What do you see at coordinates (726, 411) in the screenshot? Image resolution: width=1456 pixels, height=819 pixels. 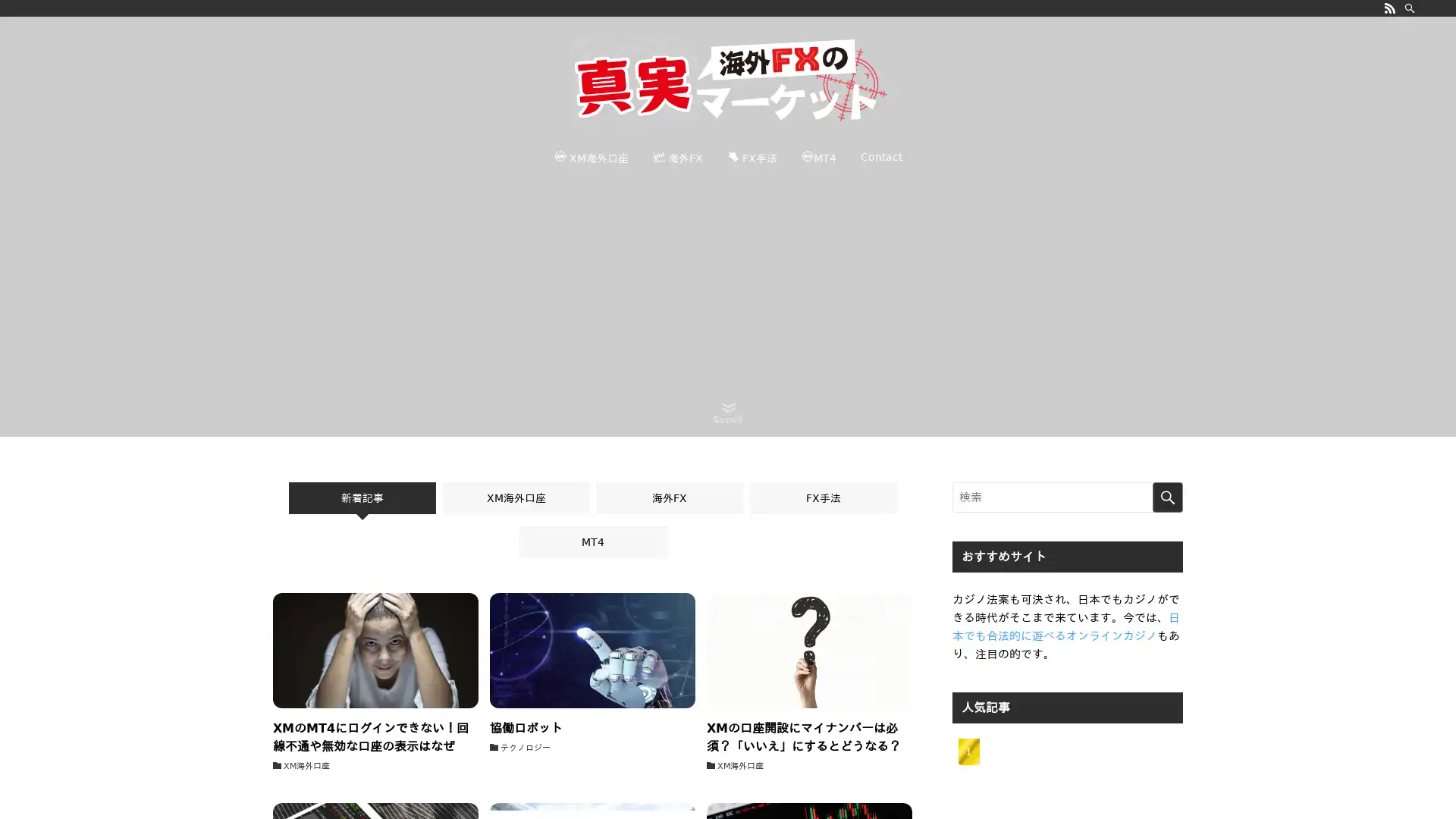 I see `Scroll` at bounding box center [726, 411].